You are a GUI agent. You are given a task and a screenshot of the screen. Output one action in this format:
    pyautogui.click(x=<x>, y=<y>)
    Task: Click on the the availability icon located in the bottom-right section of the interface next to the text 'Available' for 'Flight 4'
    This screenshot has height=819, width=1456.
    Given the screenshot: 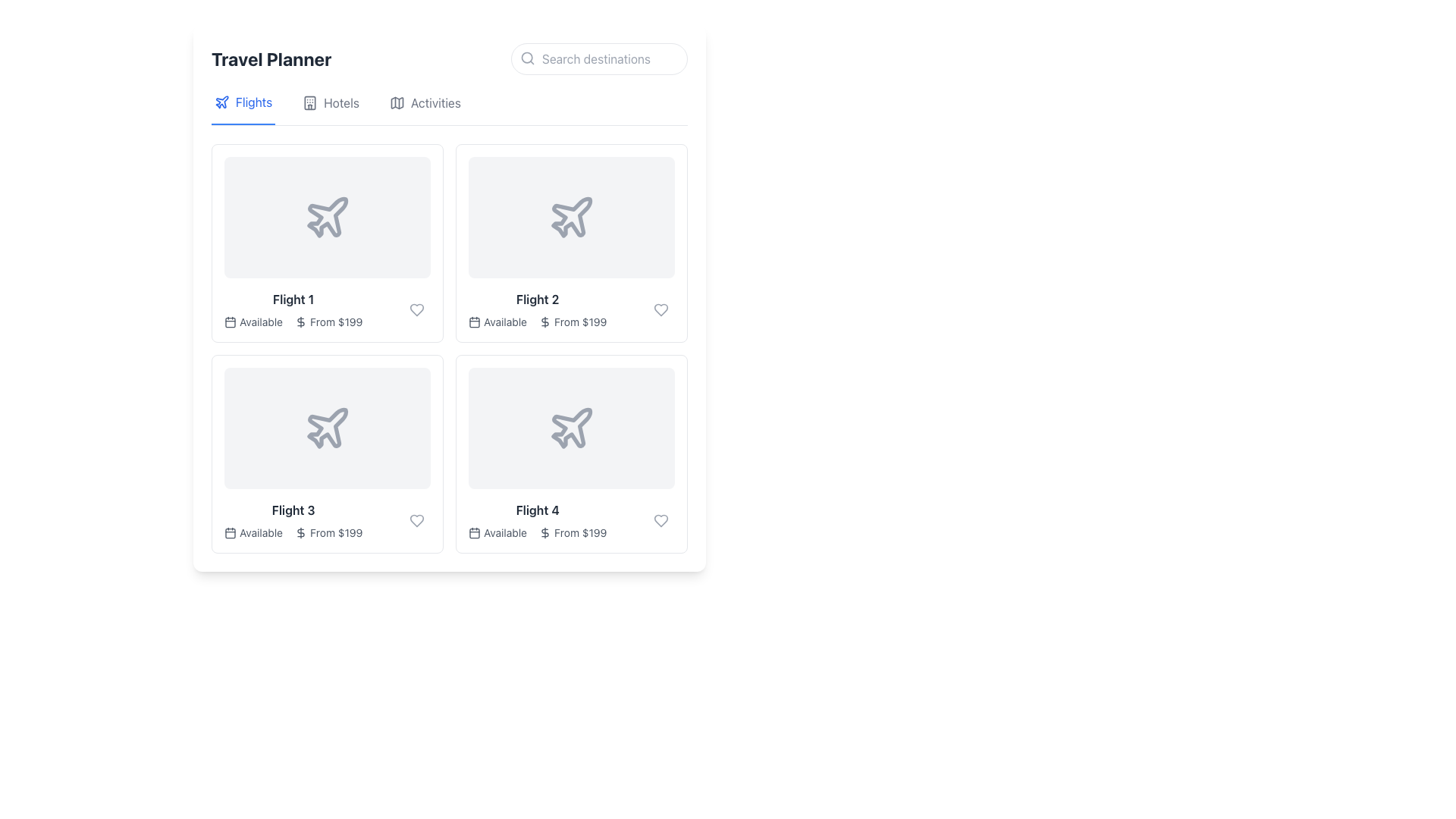 What is the action you would take?
    pyautogui.click(x=473, y=532)
    